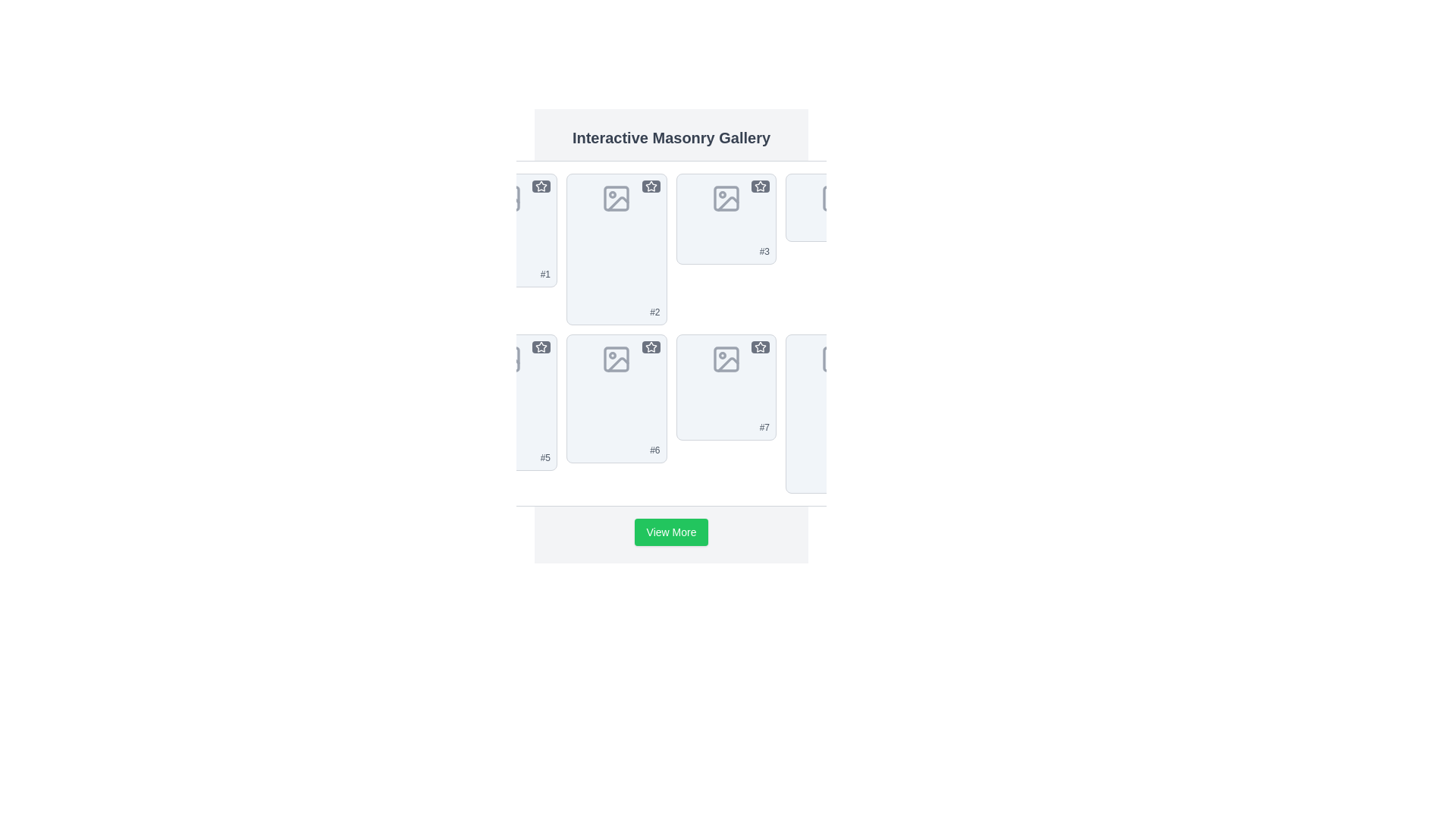 The image size is (1456, 819). Describe the element at coordinates (651, 186) in the screenshot. I see `the small rectangular button with a gray background and a star icon located in the top-right corner of the second gallery card labeled '#2'` at that location.